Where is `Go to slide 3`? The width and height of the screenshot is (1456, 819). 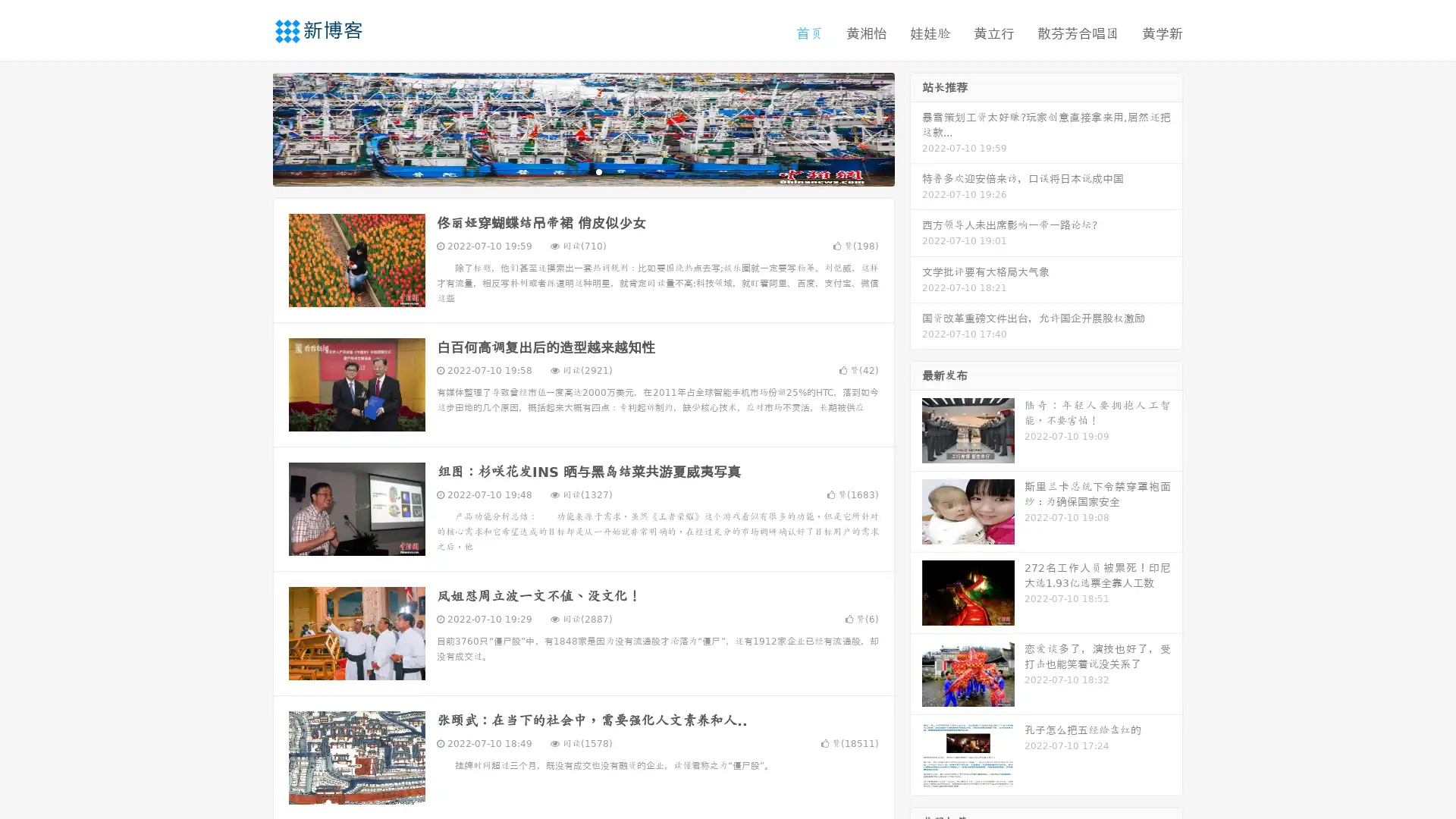 Go to slide 3 is located at coordinates (598, 171).